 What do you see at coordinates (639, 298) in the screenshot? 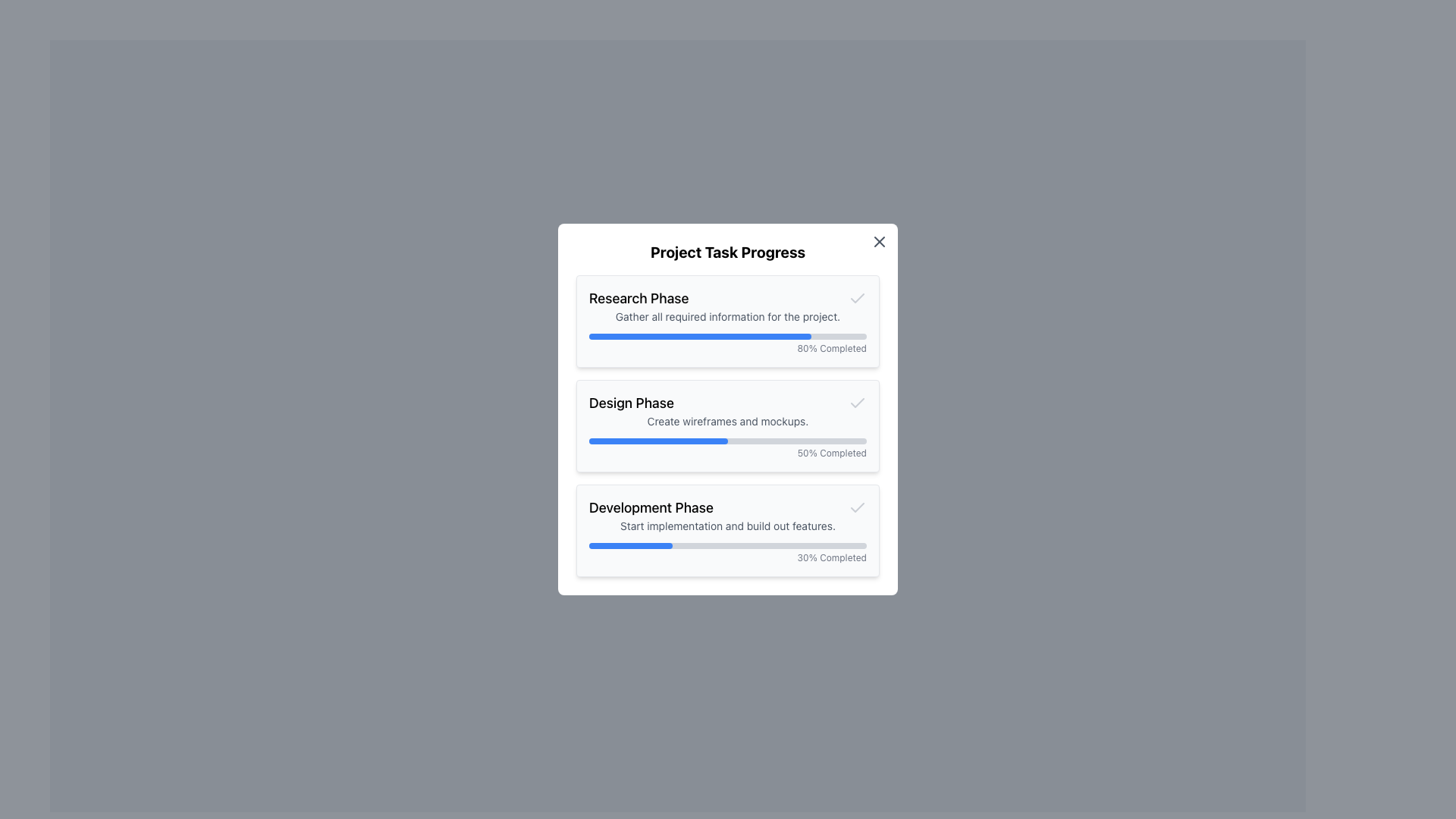
I see `the section title text label indicating the specific phase of the project to possibly display a tooltip` at bounding box center [639, 298].